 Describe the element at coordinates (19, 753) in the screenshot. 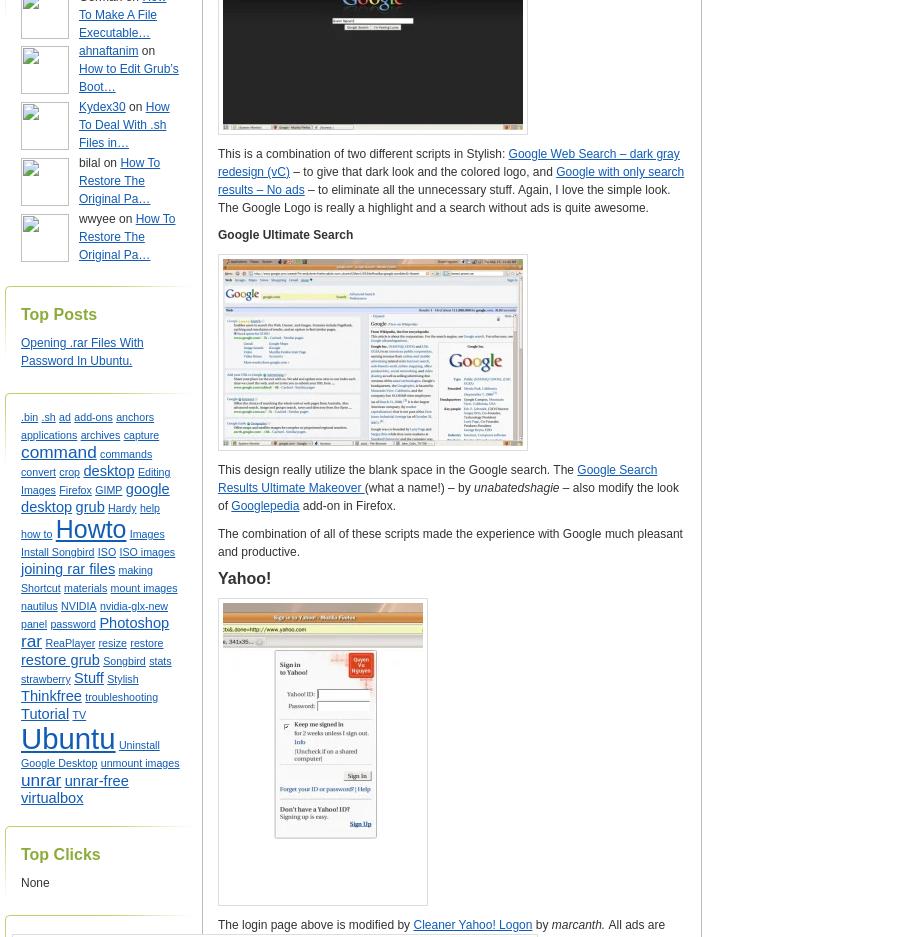

I see `'Uninstall Google Desktop'` at that location.